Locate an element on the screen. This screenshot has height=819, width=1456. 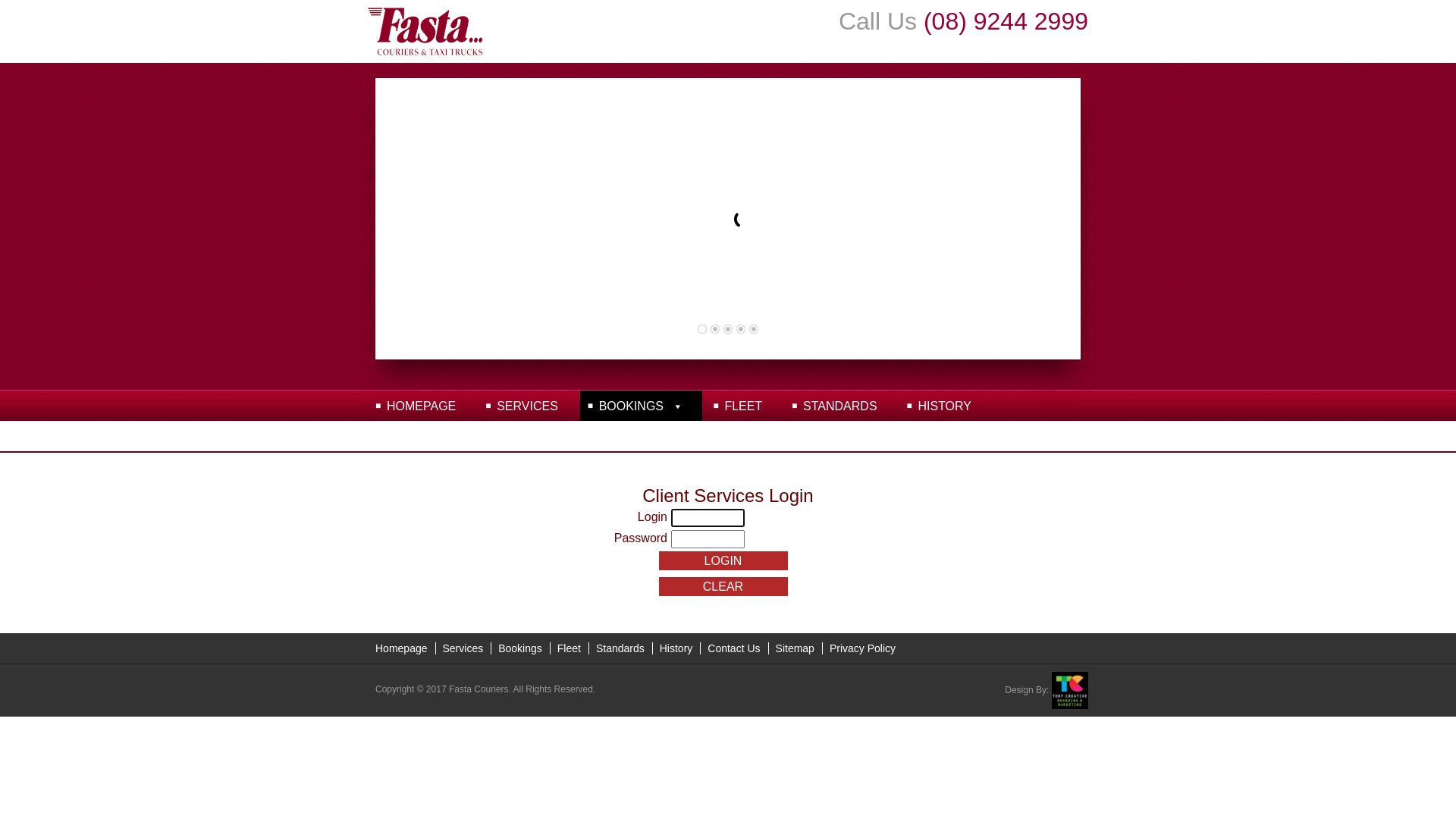
'CONTACT US' is located at coordinates (425, 435).